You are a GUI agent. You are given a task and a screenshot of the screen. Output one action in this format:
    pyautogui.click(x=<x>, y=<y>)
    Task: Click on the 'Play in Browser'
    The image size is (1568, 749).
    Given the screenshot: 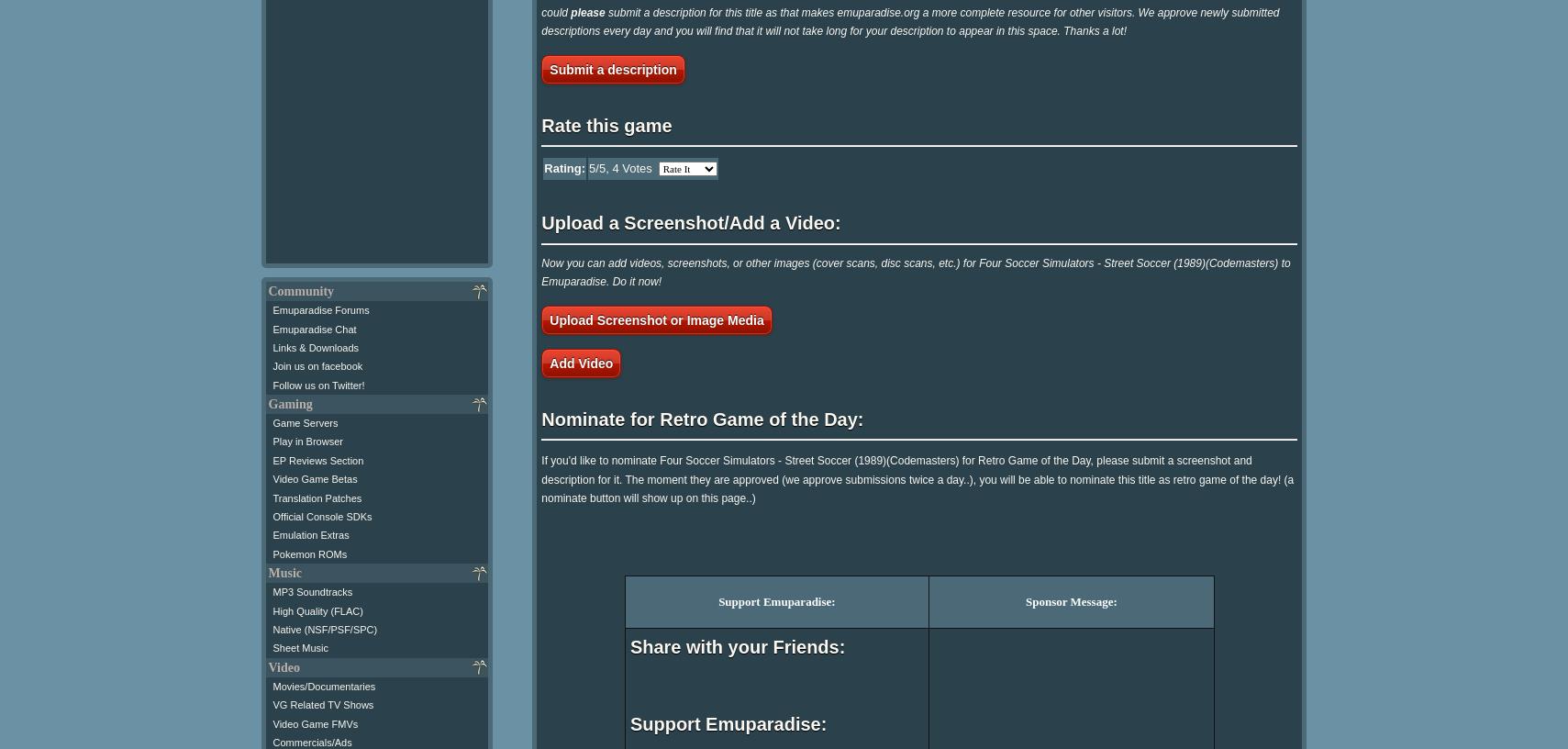 What is the action you would take?
    pyautogui.click(x=306, y=441)
    